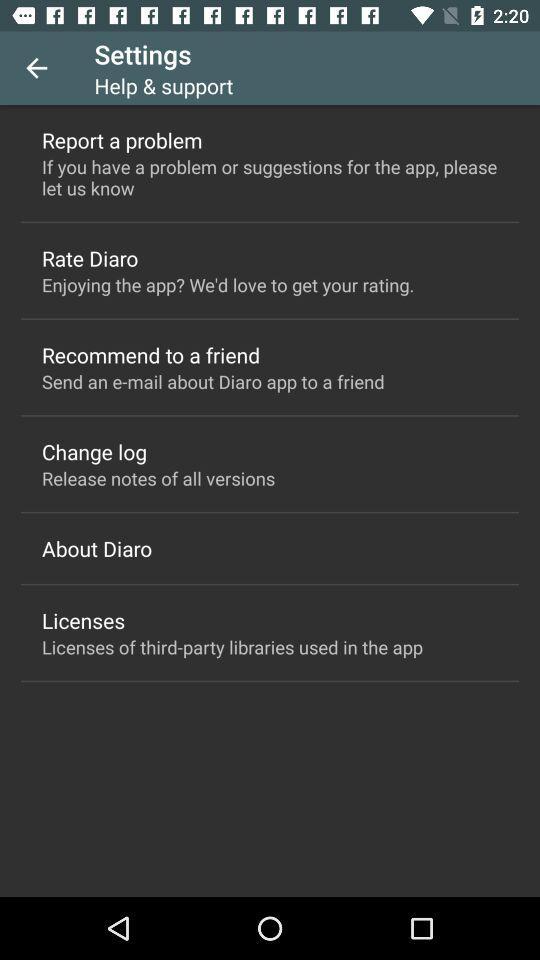 This screenshot has width=540, height=960. Describe the element at coordinates (270, 176) in the screenshot. I see `item above rate diaro` at that location.